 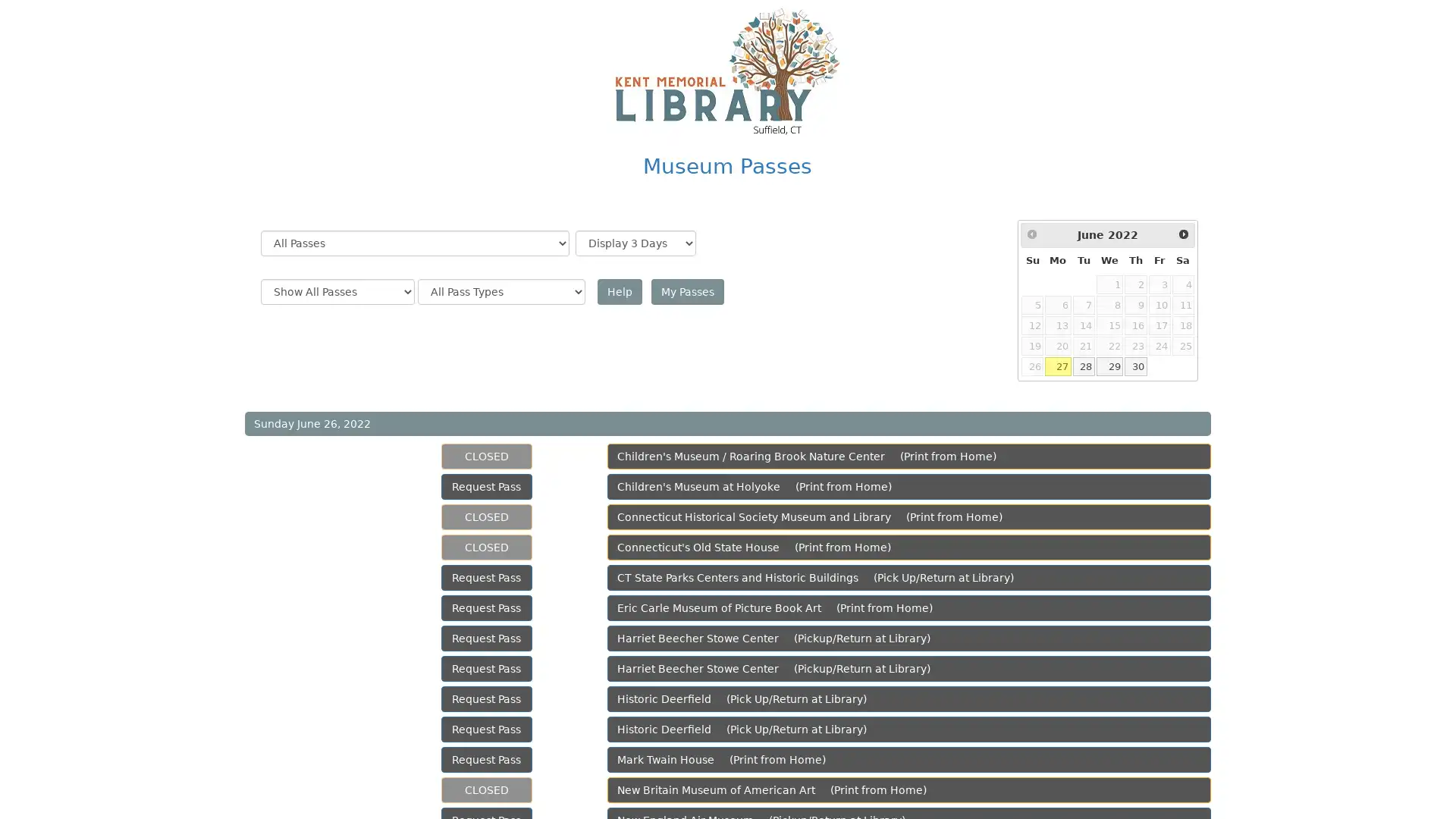 I want to click on Historic Deerfield     (Pick Up/Return at Library), so click(x=908, y=698).